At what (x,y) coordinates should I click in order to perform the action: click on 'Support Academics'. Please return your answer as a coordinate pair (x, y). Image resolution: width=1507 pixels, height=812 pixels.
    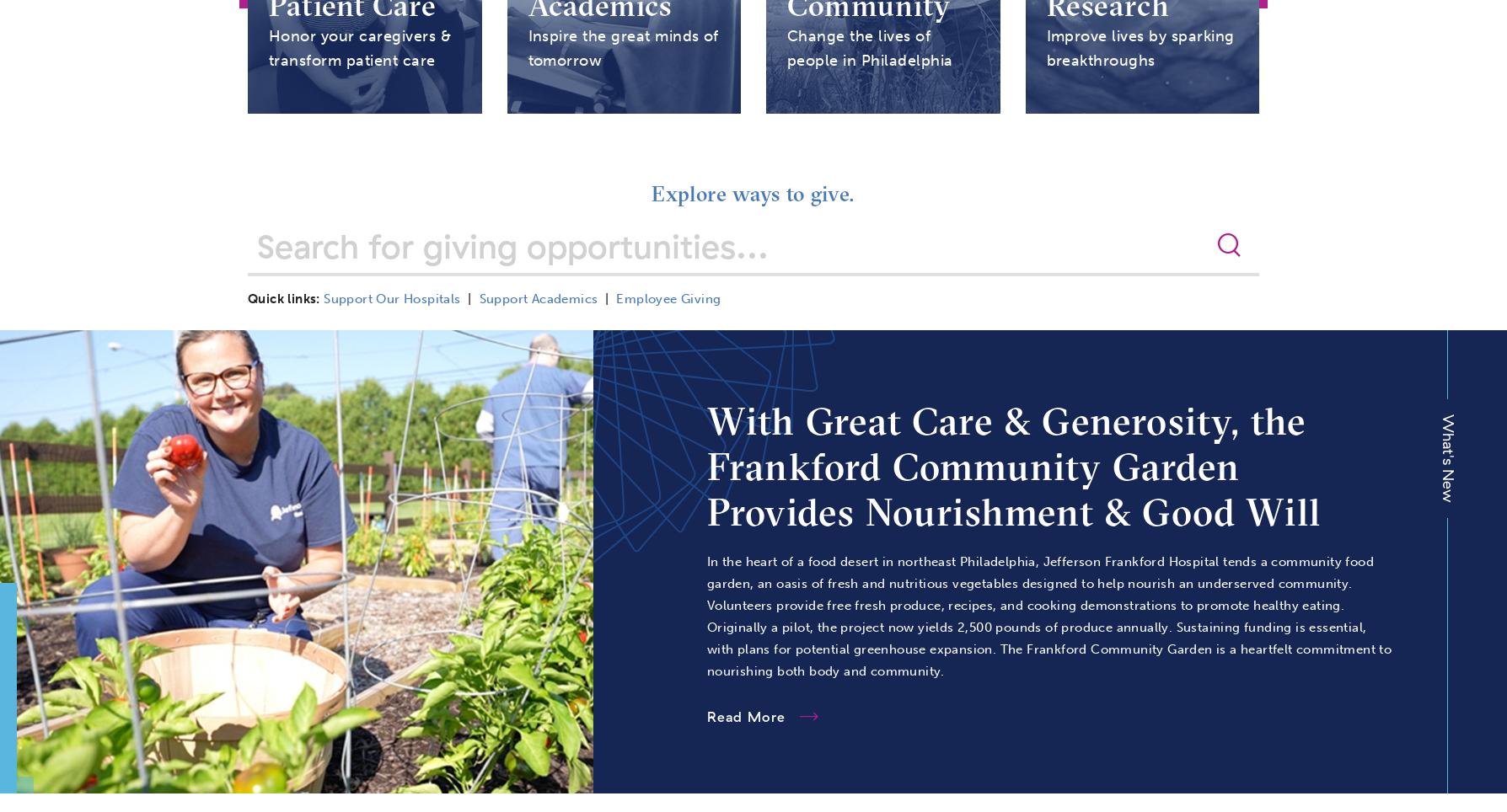
    Looking at the image, I should click on (538, 298).